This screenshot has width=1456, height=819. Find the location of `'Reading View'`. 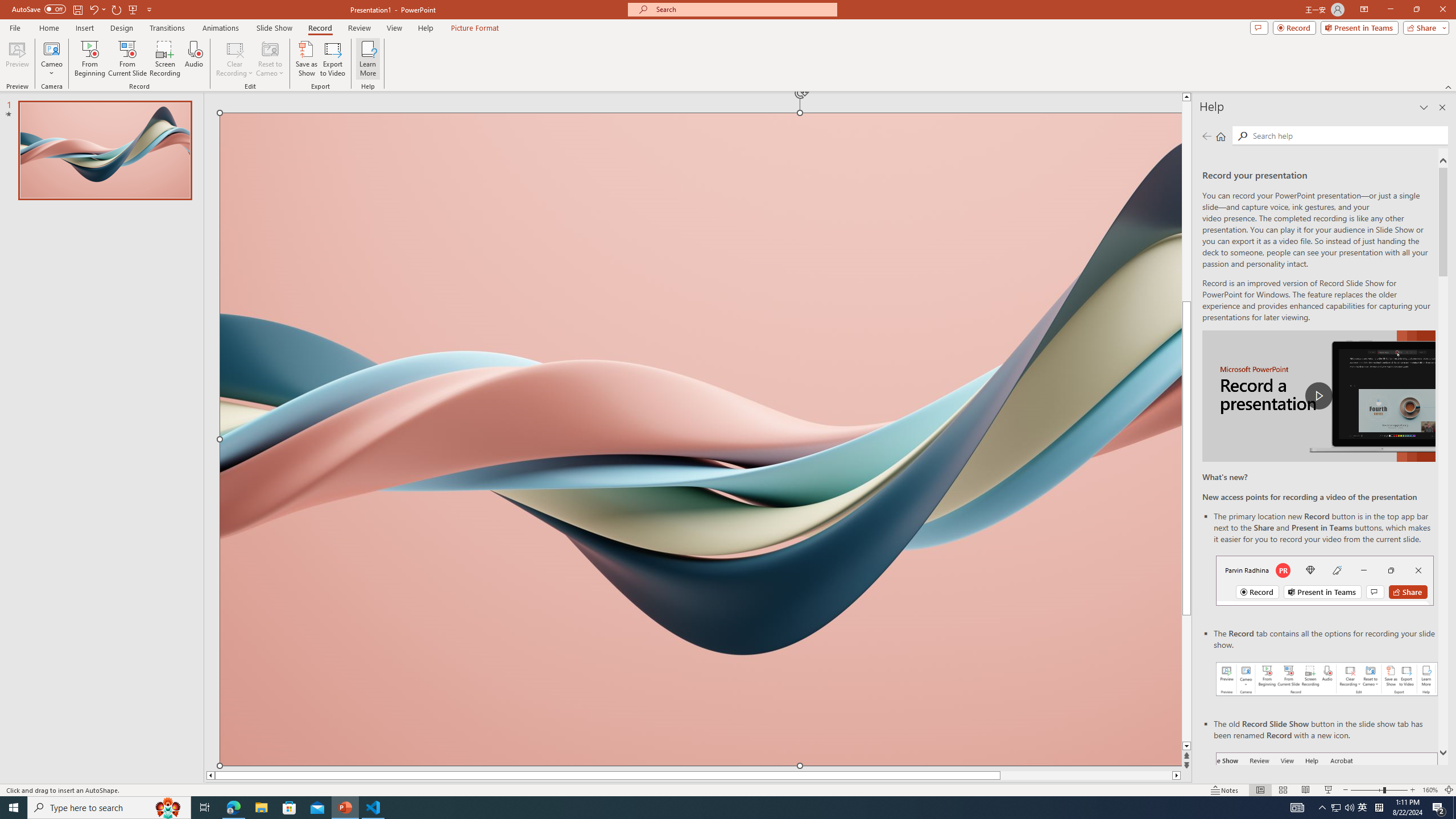

'Reading View' is located at coordinates (1305, 790).